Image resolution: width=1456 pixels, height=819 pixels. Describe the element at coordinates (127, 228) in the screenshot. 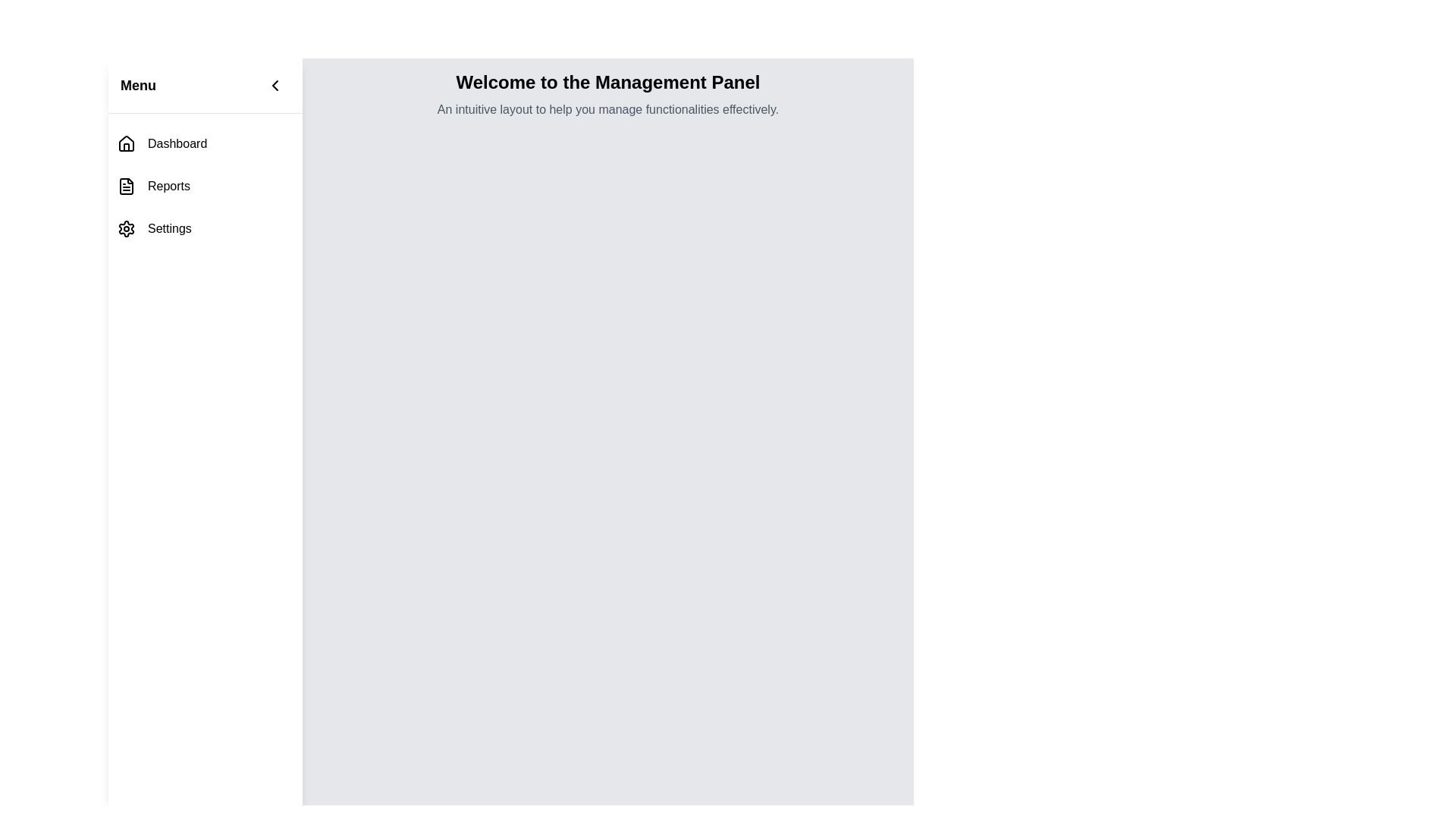

I see `the gear icon in the 'Settings' section of the left side navigation menu` at that location.